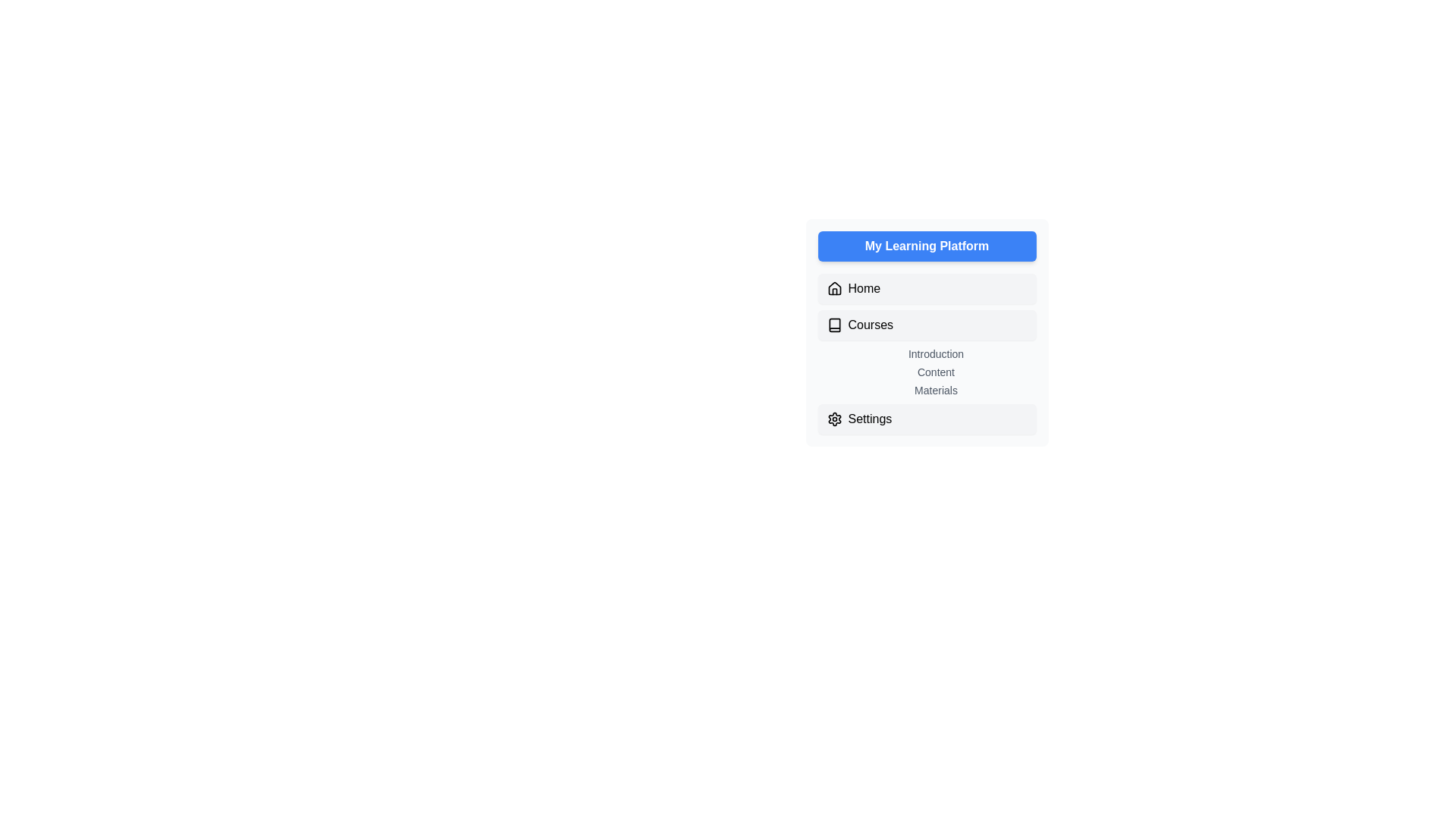  Describe the element at coordinates (833, 289) in the screenshot. I see `the house icon located in the navigation menu next to the 'Home' text on the 'My Learning Platform'` at that location.